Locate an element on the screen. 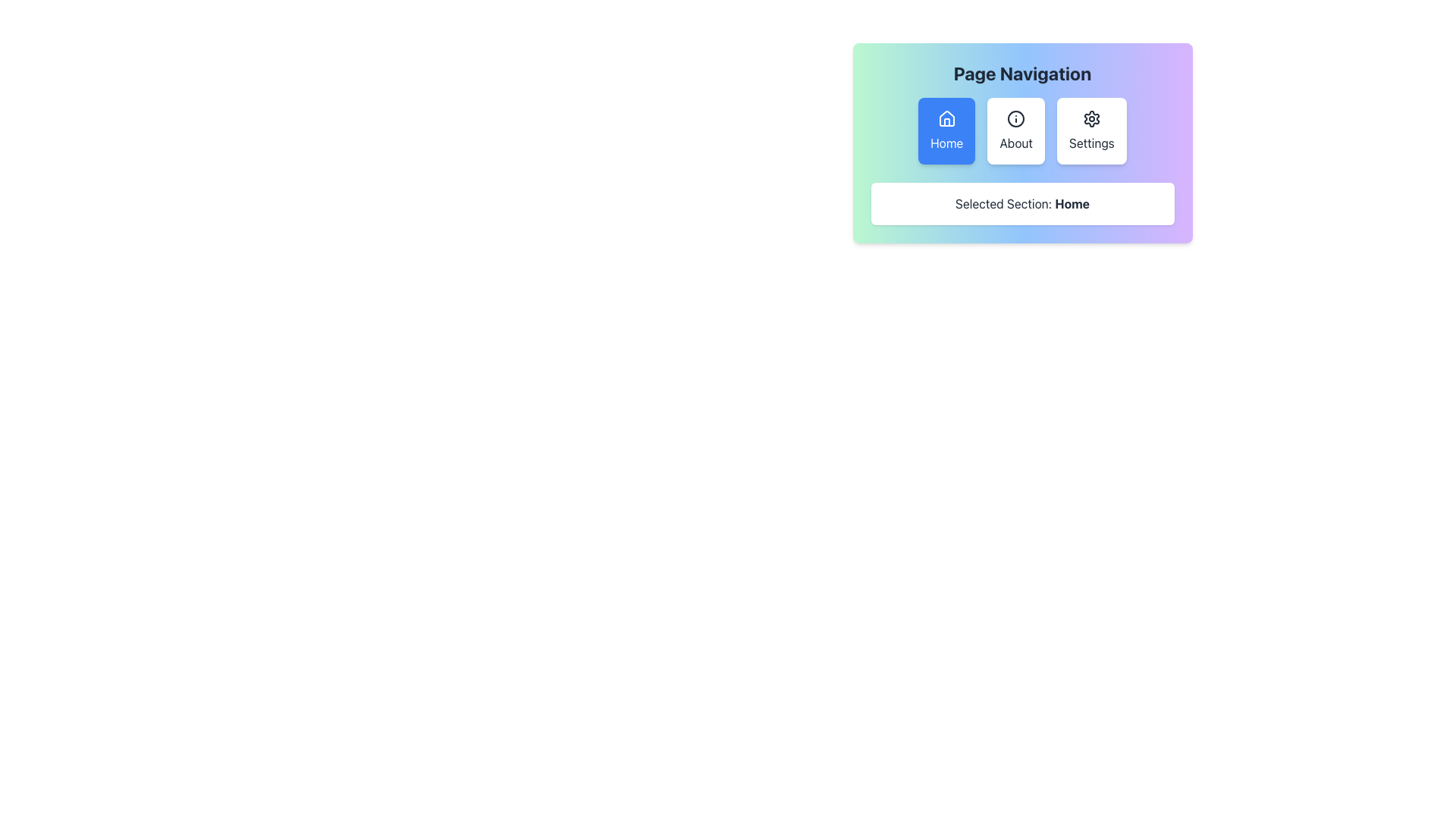 This screenshot has height=819, width=1456. the 'Home' button, which is a rectangular button with a blue background and white text, located at the top left of a group of three navigation buttons is located at coordinates (946, 130).